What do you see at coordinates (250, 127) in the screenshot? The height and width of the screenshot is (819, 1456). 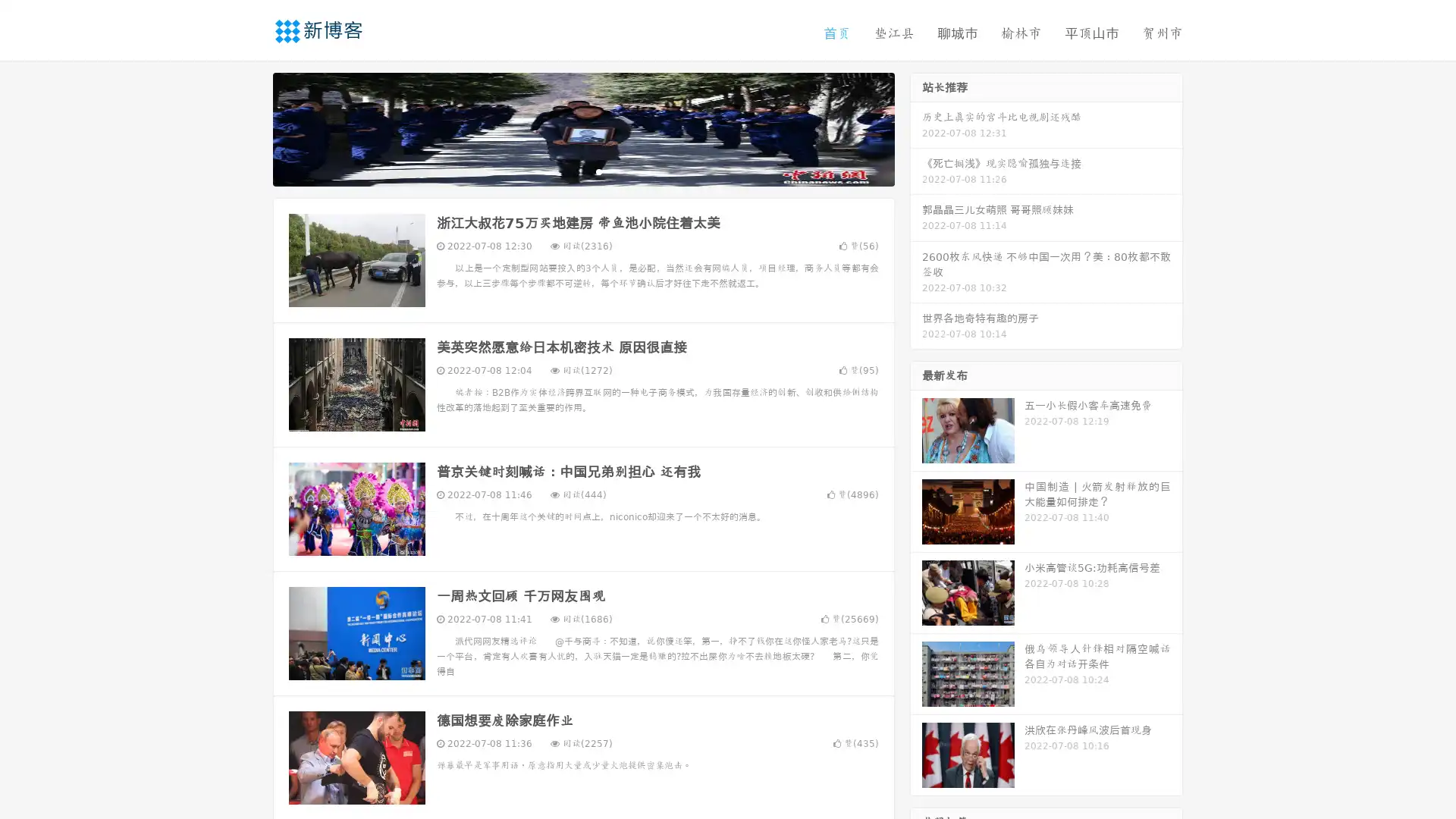 I see `Previous slide` at bounding box center [250, 127].